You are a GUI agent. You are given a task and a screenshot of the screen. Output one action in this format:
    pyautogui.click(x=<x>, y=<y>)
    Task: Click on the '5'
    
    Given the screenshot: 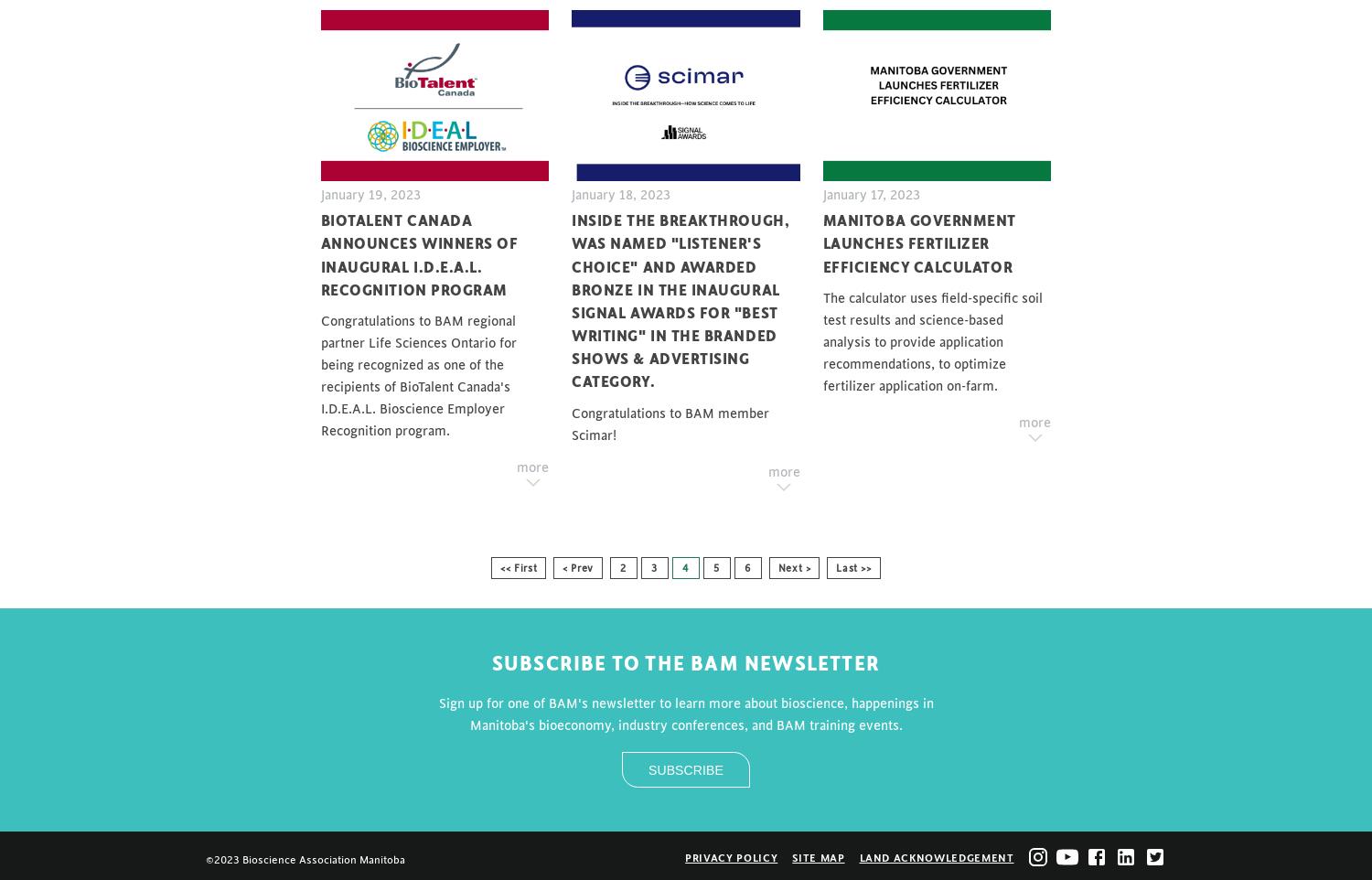 What is the action you would take?
    pyautogui.click(x=716, y=566)
    